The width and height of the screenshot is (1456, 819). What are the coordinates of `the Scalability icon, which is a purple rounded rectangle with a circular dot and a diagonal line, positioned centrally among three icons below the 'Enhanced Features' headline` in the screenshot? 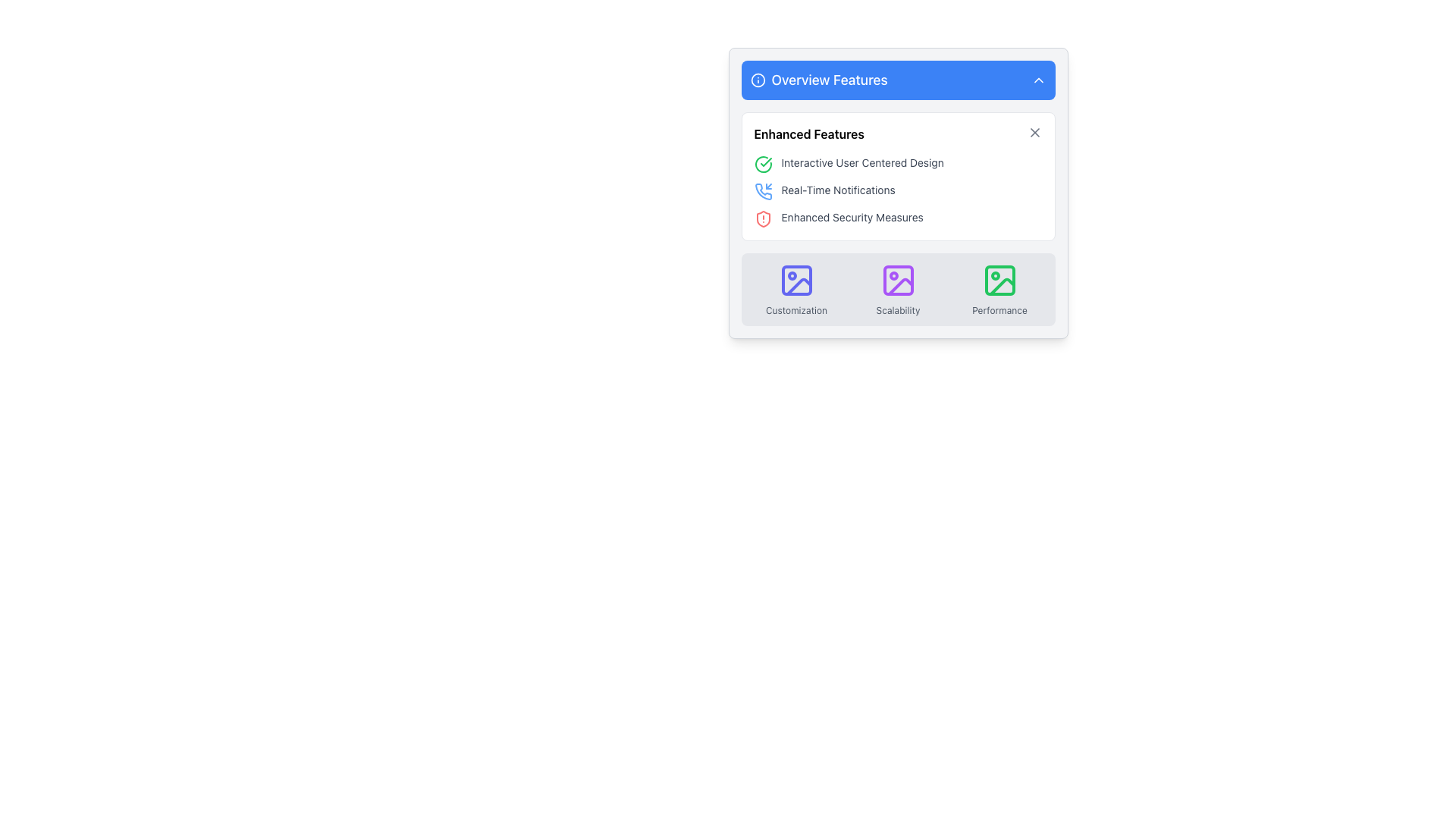 It's located at (898, 281).